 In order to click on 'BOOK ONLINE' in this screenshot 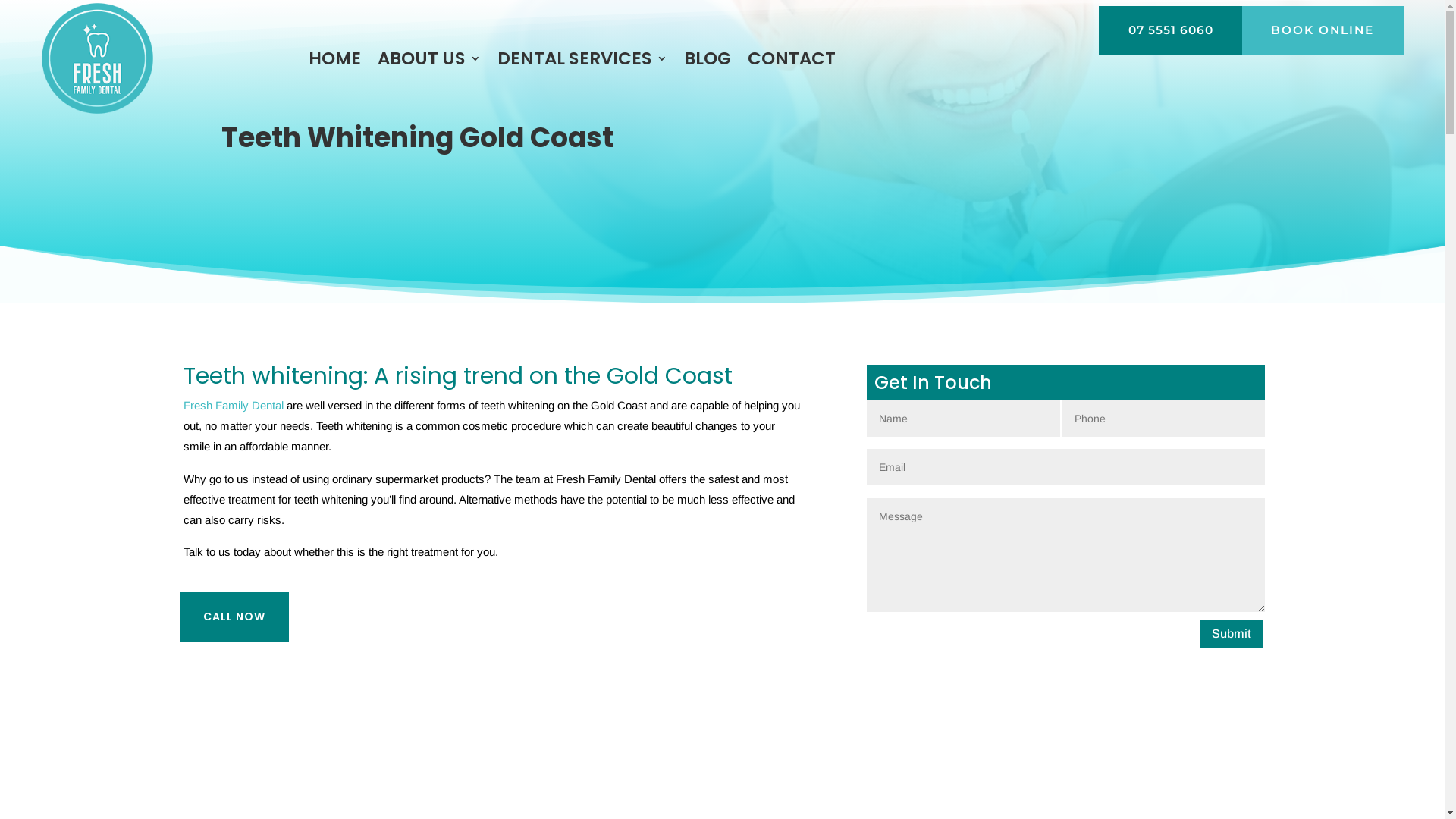, I will do `click(1241, 30)`.